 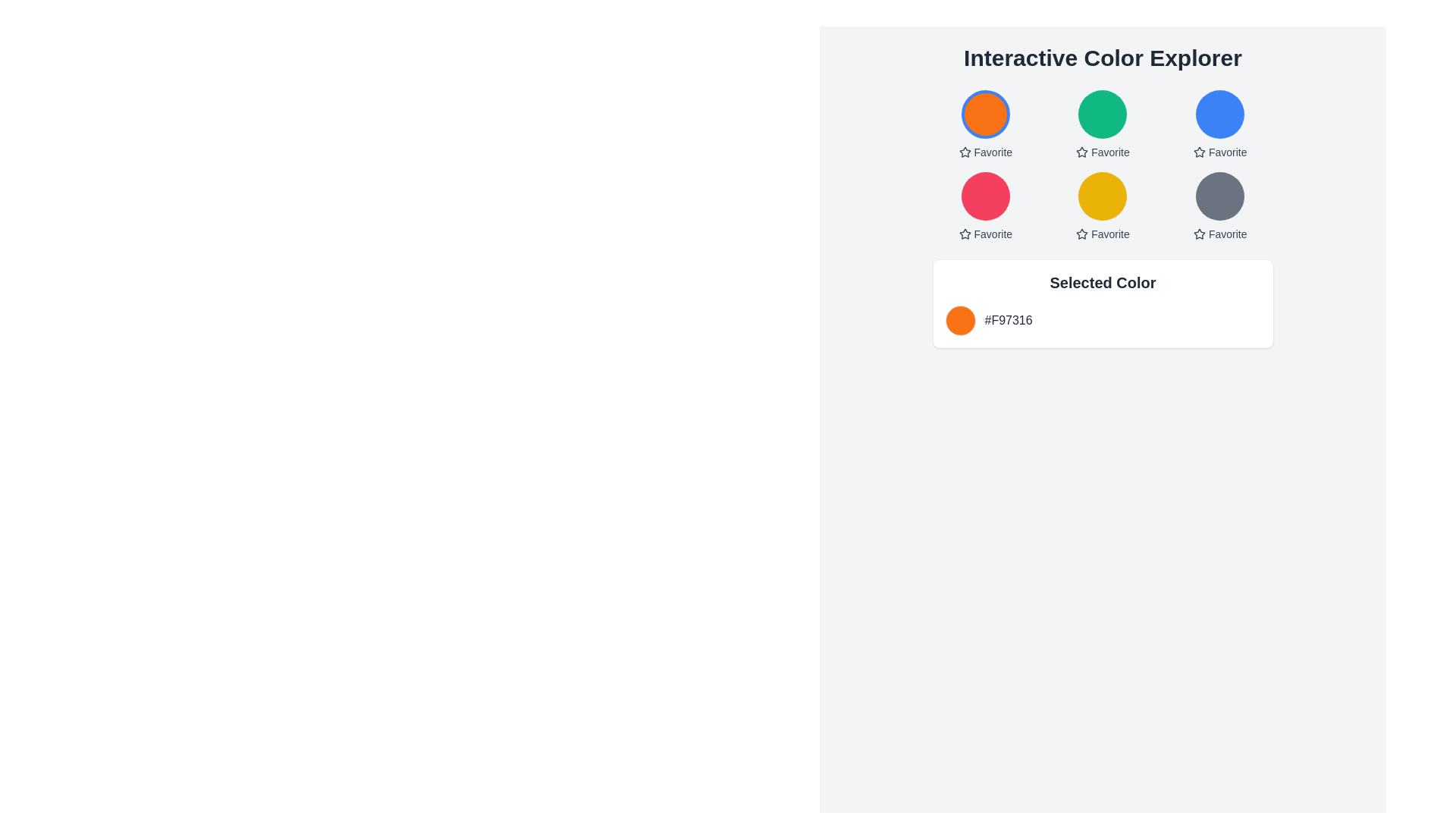 I want to click on the circular orange color indicator located within the 'Selected Color' section of the interface, so click(x=959, y=320).